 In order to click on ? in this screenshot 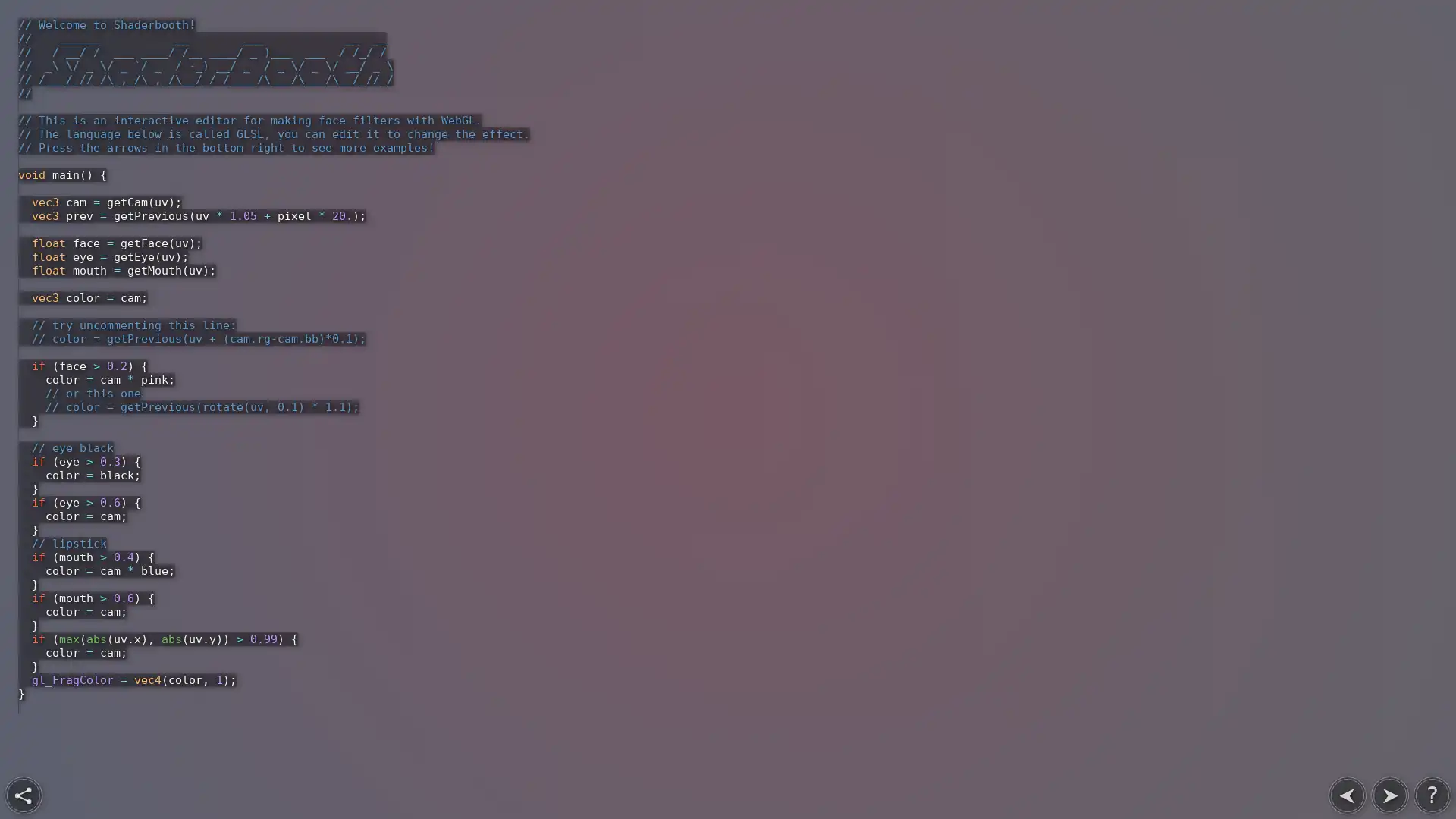, I will do `click(1432, 795)`.